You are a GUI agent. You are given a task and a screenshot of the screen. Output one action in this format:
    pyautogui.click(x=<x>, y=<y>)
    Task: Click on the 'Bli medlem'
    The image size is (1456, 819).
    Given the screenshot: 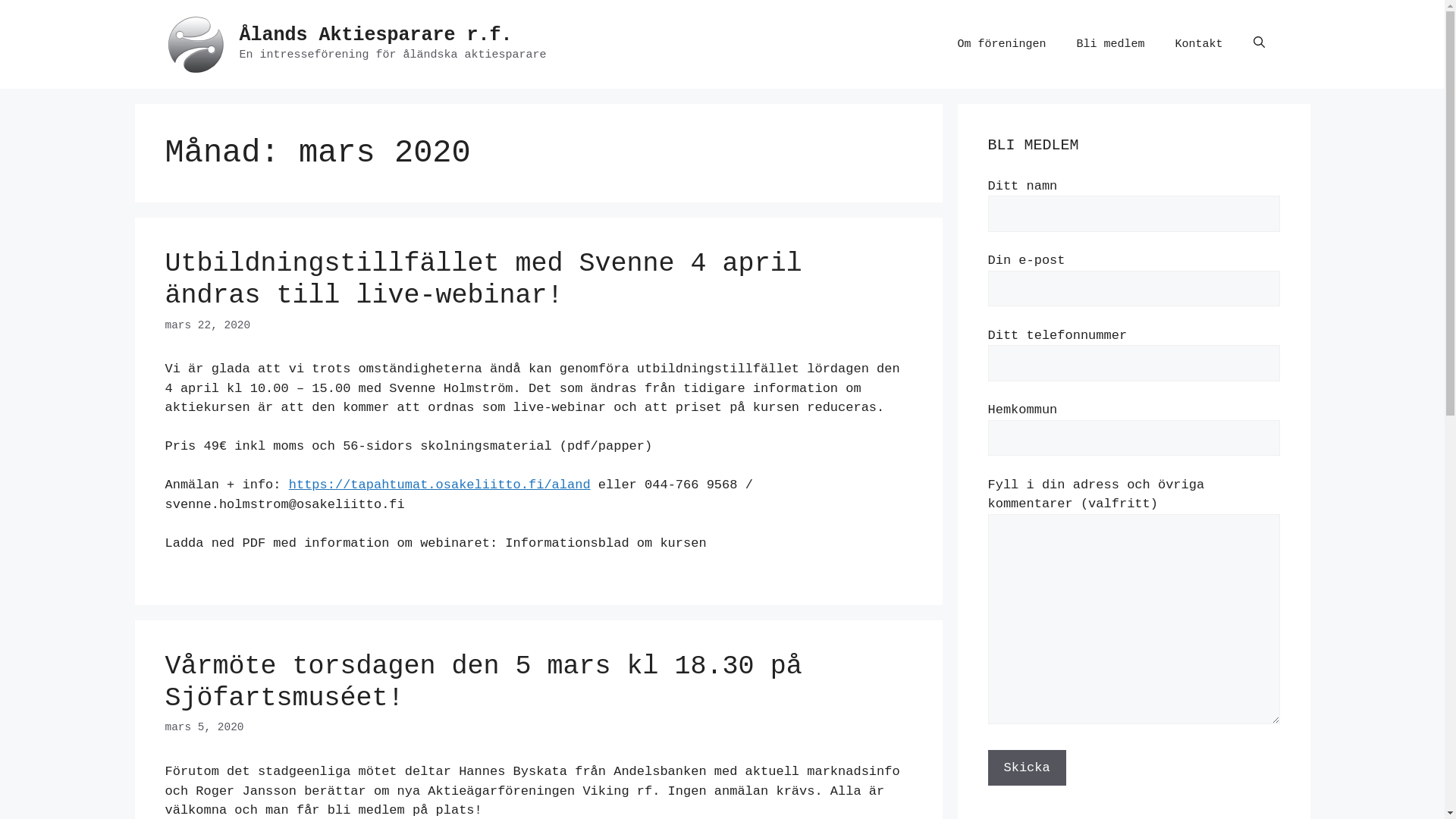 What is the action you would take?
    pyautogui.click(x=1110, y=42)
    